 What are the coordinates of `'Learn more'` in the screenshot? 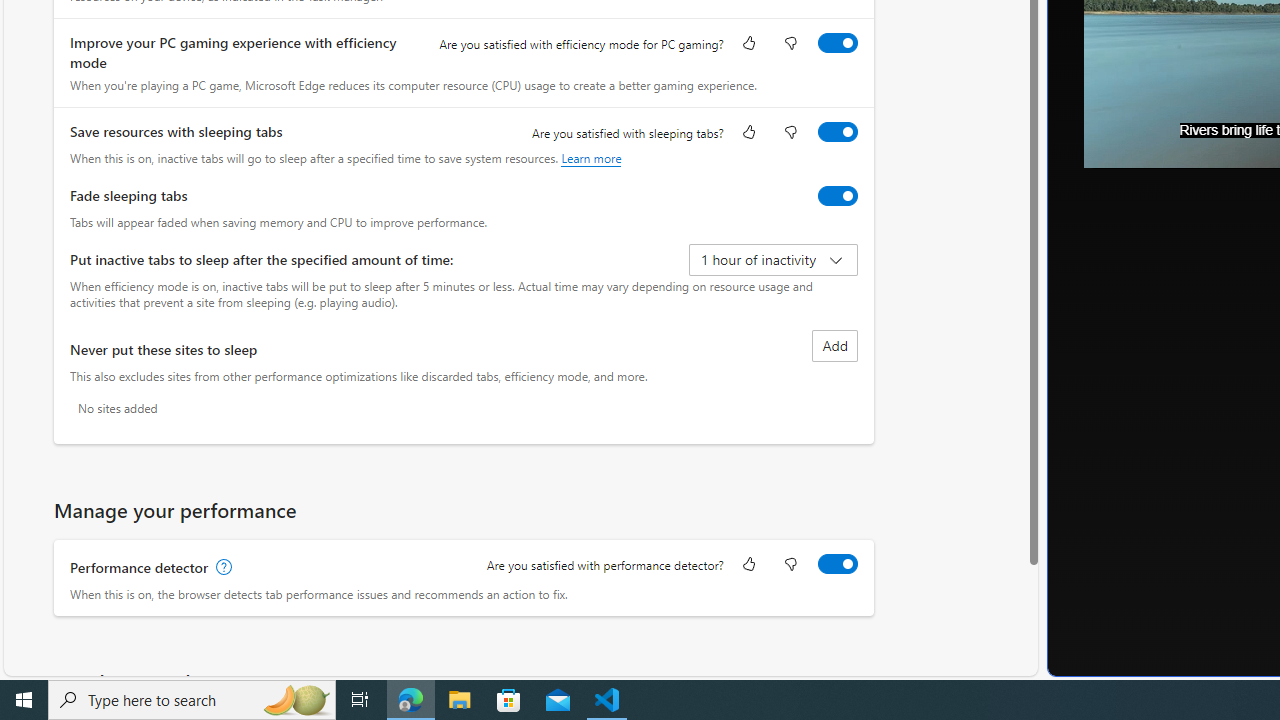 It's located at (590, 157).